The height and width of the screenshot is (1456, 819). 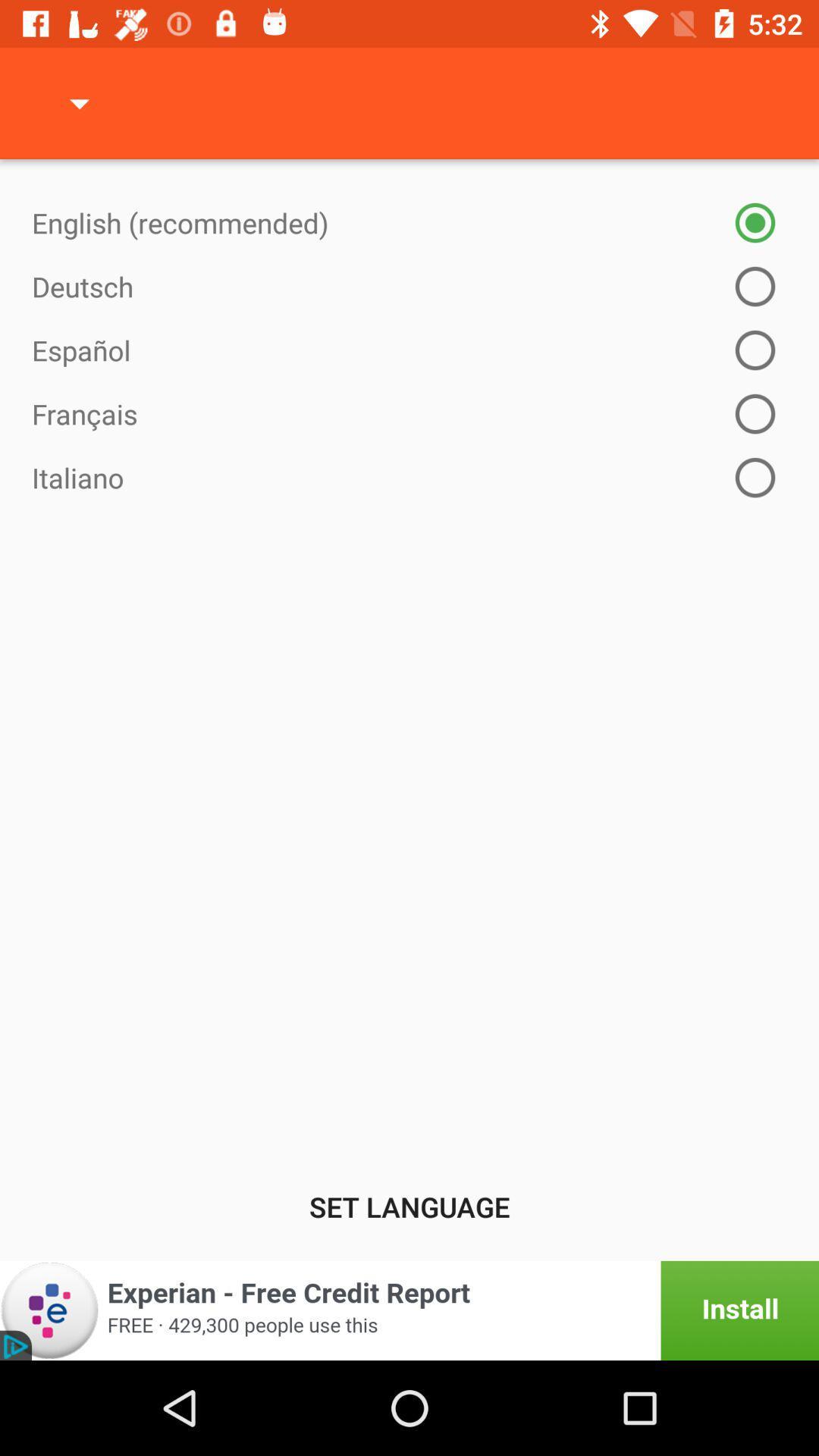 What do you see at coordinates (409, 1206) in the screenshot?
I see `the set language` at bounding box center [409, 1206].